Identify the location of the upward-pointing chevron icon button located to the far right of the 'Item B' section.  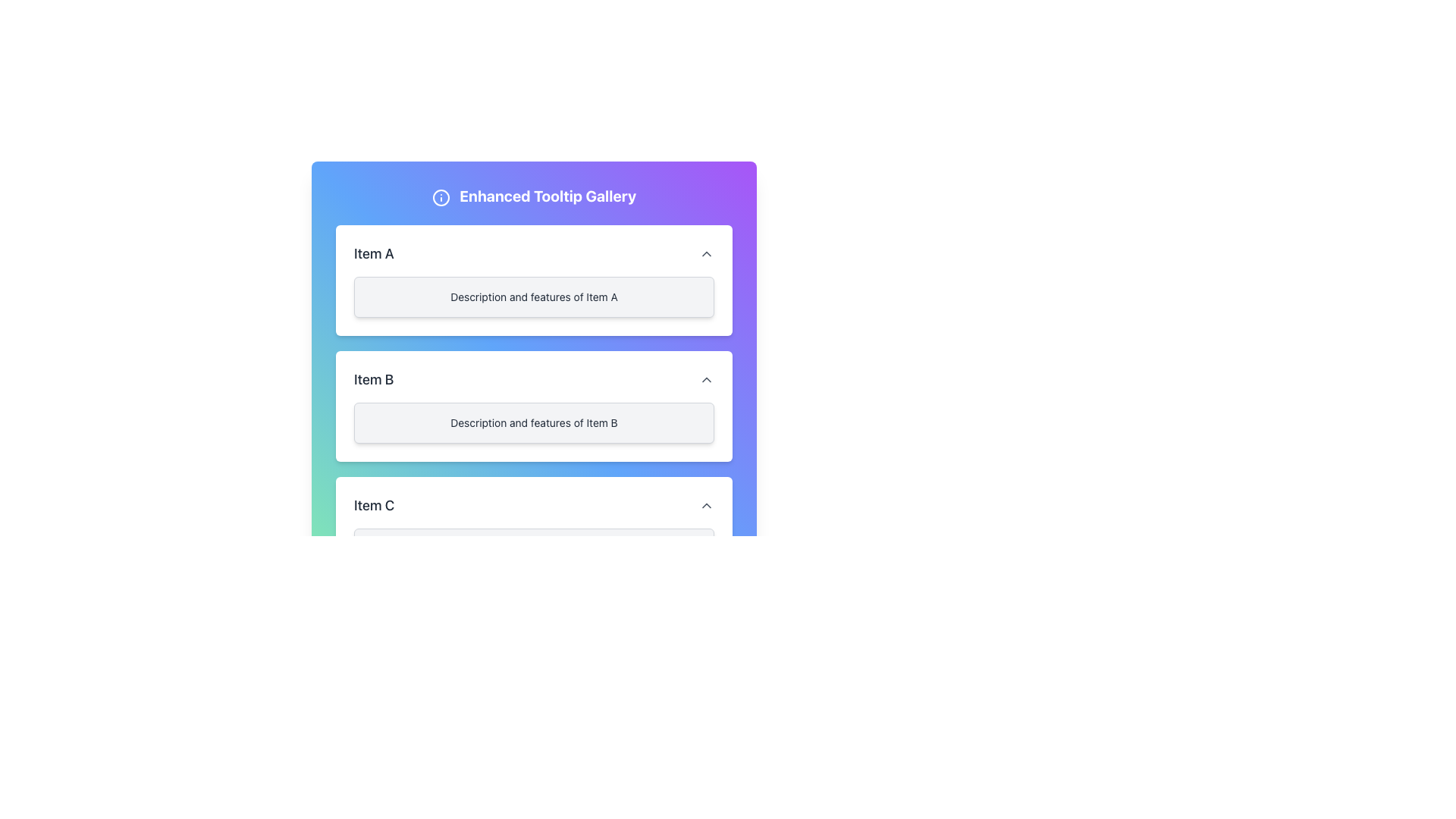
(705, 379).